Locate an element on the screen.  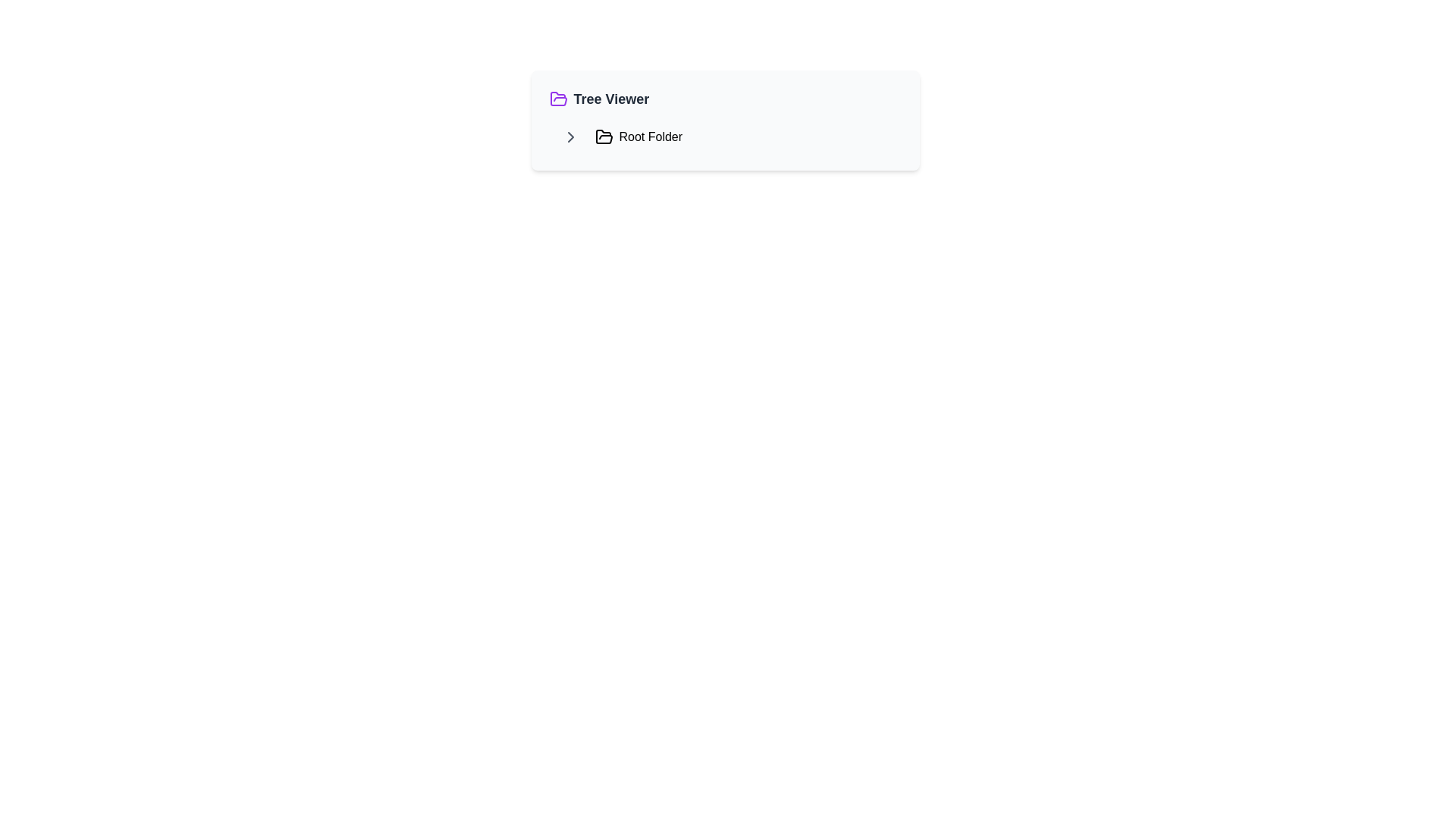
the open folder icon with a purple outline located in the 'Tree Viewer' is located at coordinates (557, 99).